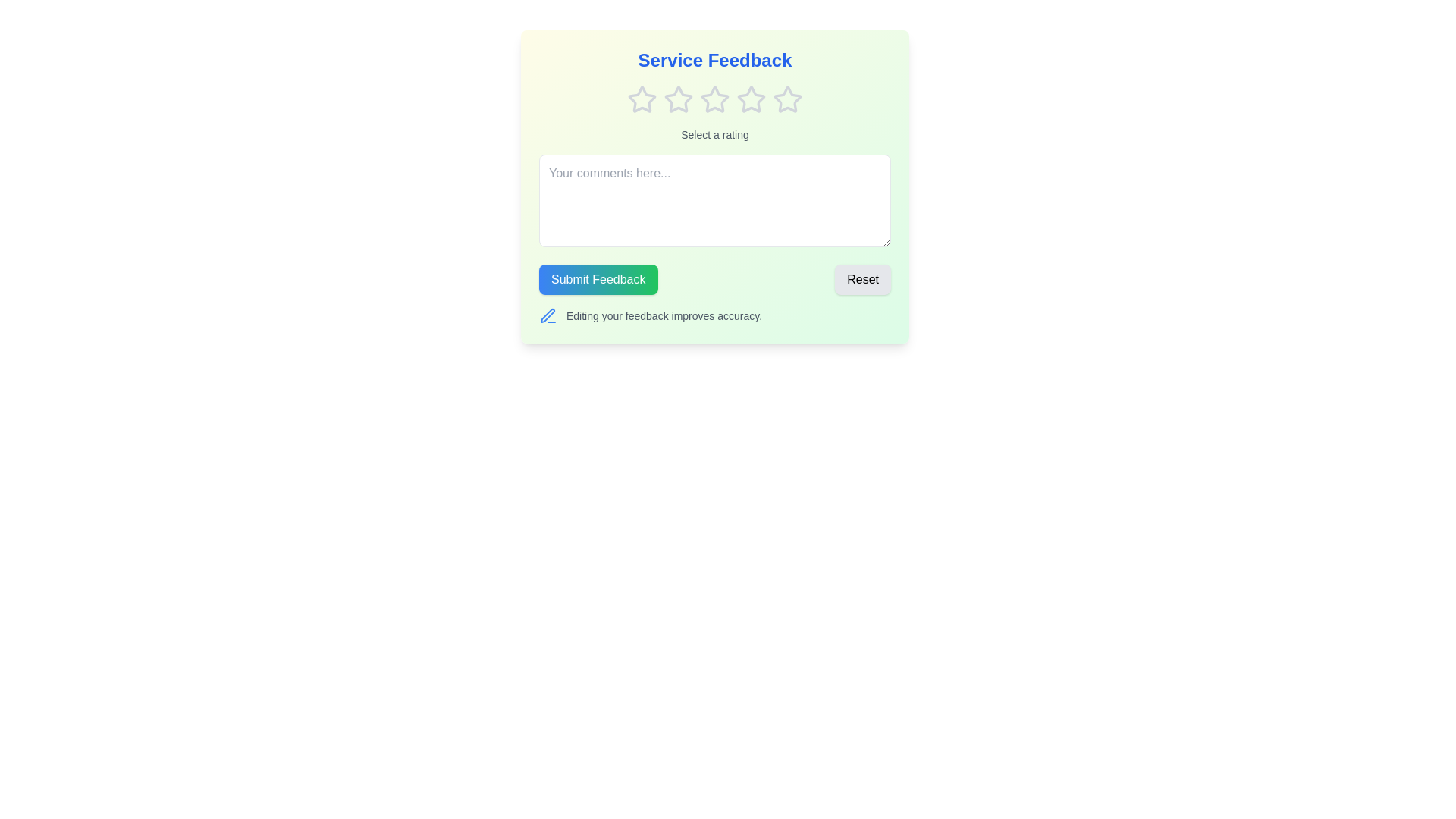 Image resolution: width=1456 pixels, height=819 pixels. I want to click on the third star in the star rating icon for the 'Service Feedback' interface, so click(714, 99).